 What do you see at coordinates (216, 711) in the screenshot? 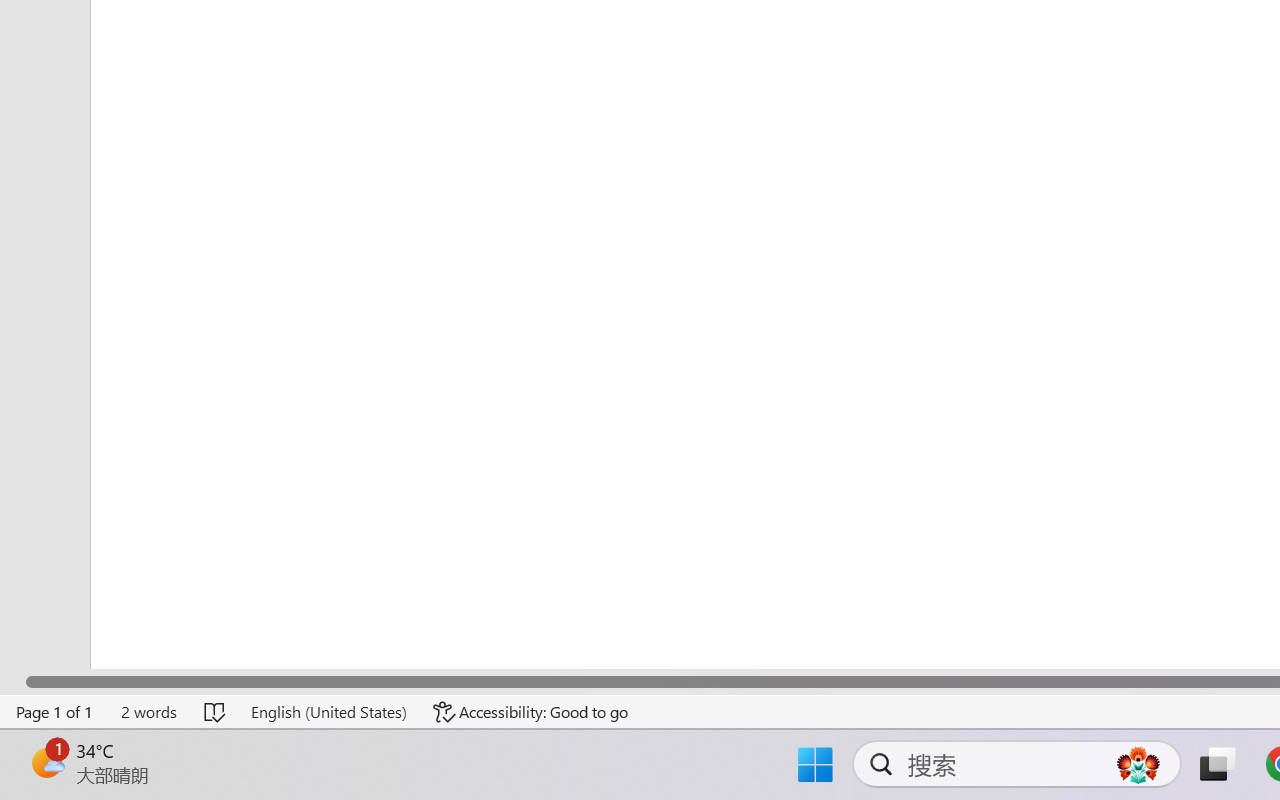
I see `'Spelling and Grammar Check No Errors'` at bounding box center [216, 711].